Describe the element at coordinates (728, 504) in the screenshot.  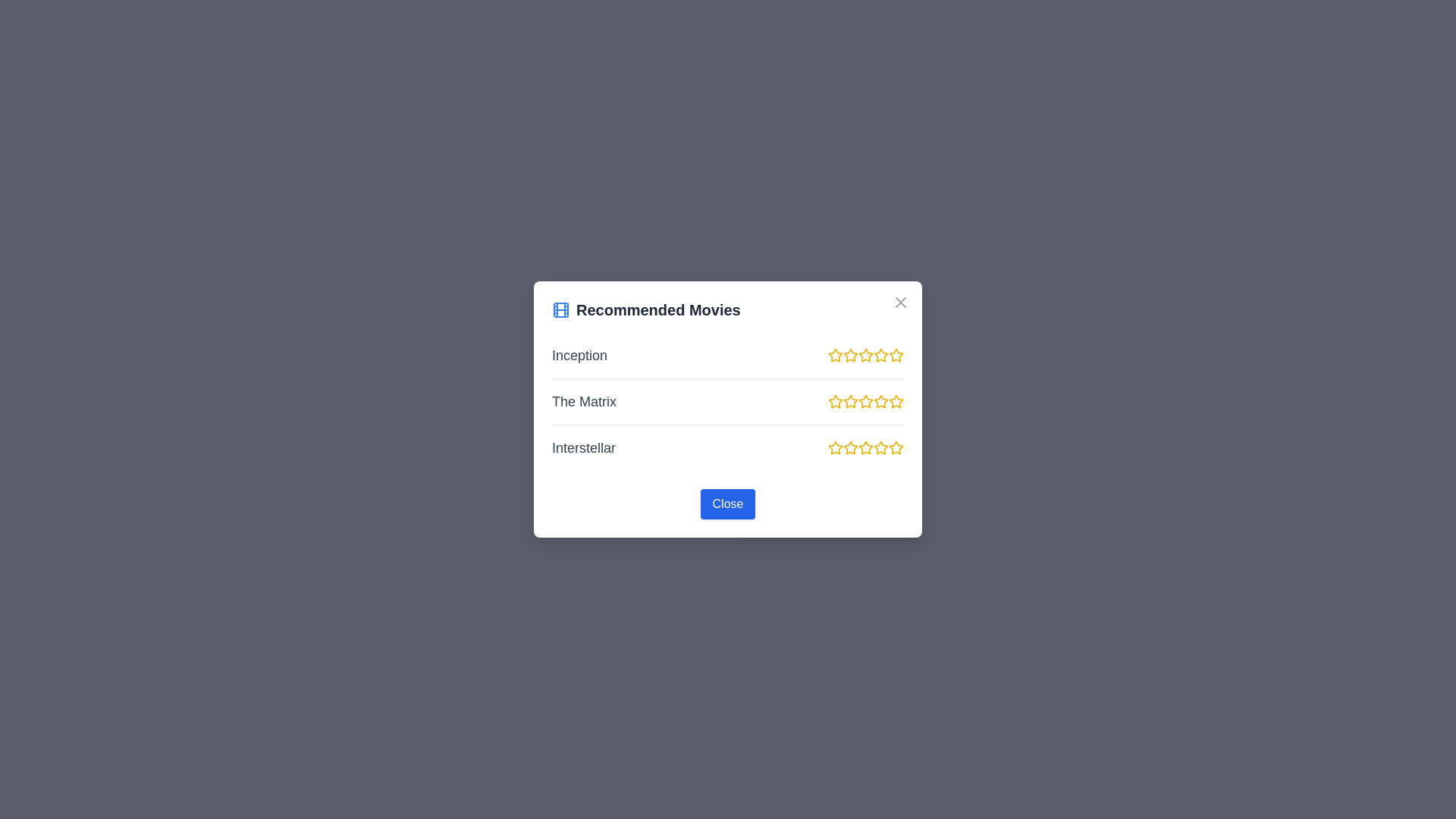
I see `the 'Close' button to close the dialog` at that location.